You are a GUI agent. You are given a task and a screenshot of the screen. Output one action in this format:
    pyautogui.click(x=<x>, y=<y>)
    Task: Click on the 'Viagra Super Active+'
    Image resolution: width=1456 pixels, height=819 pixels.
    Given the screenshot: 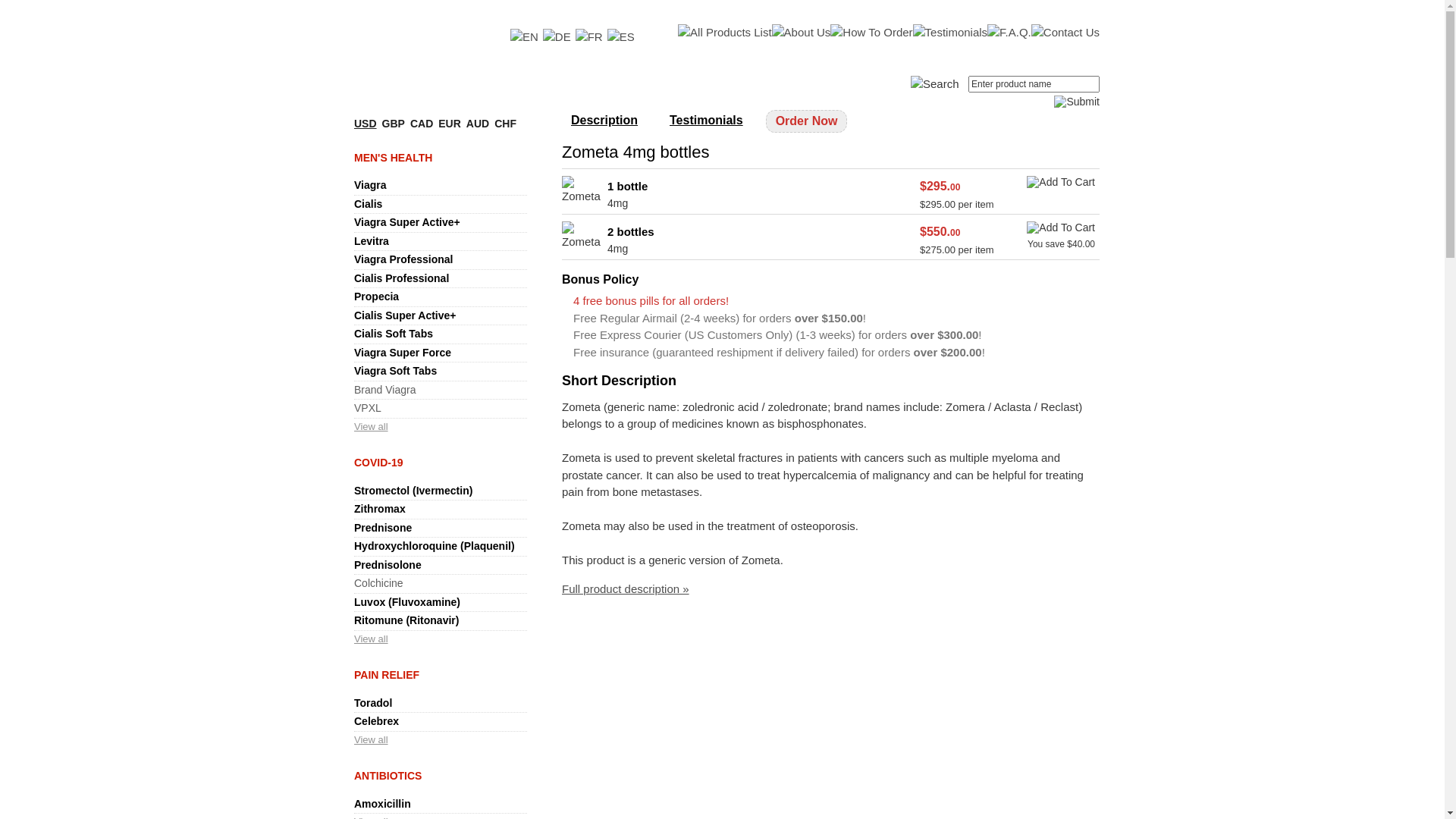 What is the action you would take?
    pyautogui.click(x=407, y=222)
    